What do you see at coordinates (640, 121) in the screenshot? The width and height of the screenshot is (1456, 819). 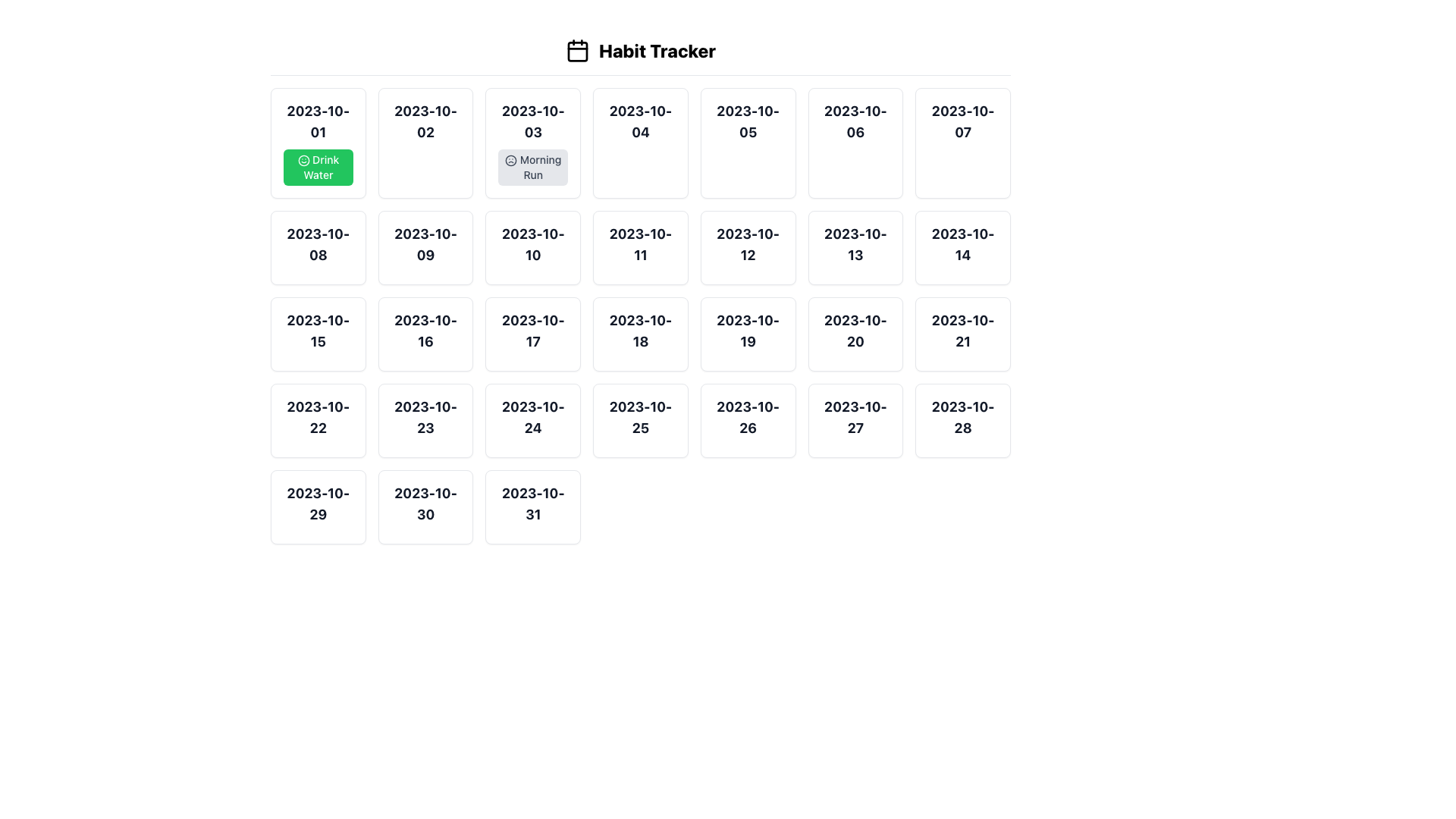 I see `the text label displaying '2023-10-04' in the calendar cell, which is styled in bold and dark color within a white rounded box` at bounding box center [640, 121].